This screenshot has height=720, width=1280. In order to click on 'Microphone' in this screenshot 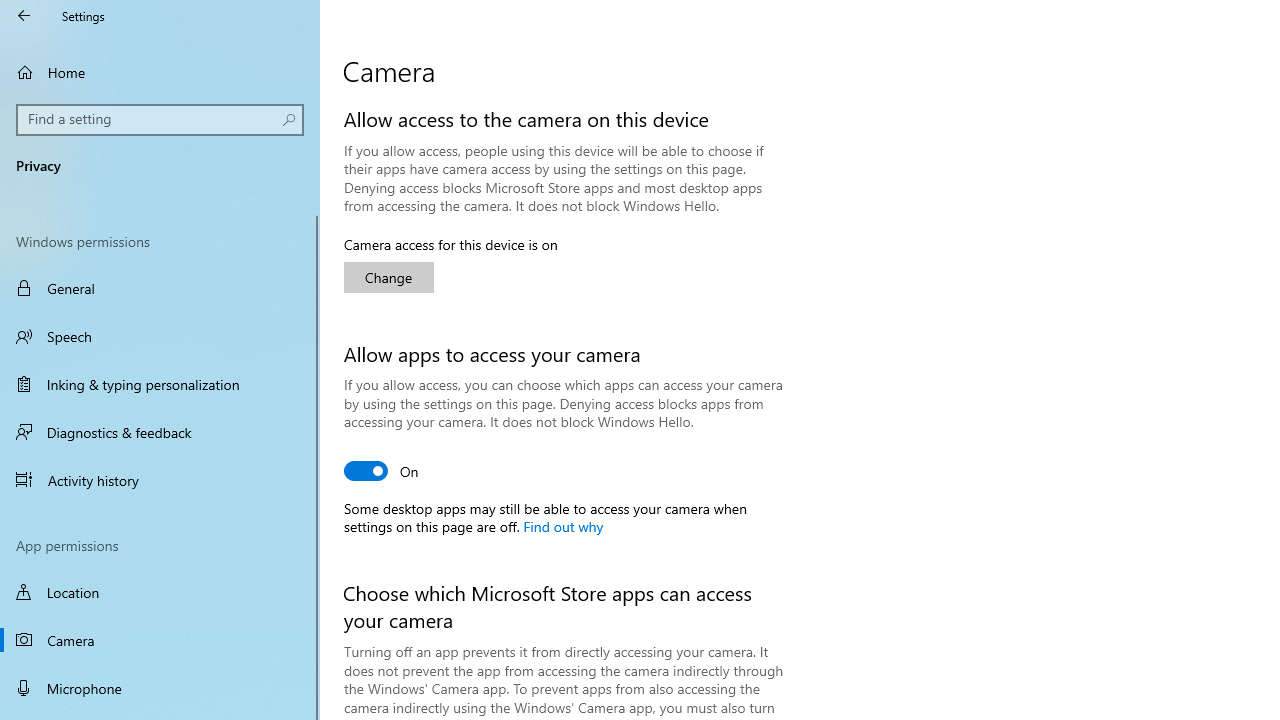, I will do `click(160, 686)`.